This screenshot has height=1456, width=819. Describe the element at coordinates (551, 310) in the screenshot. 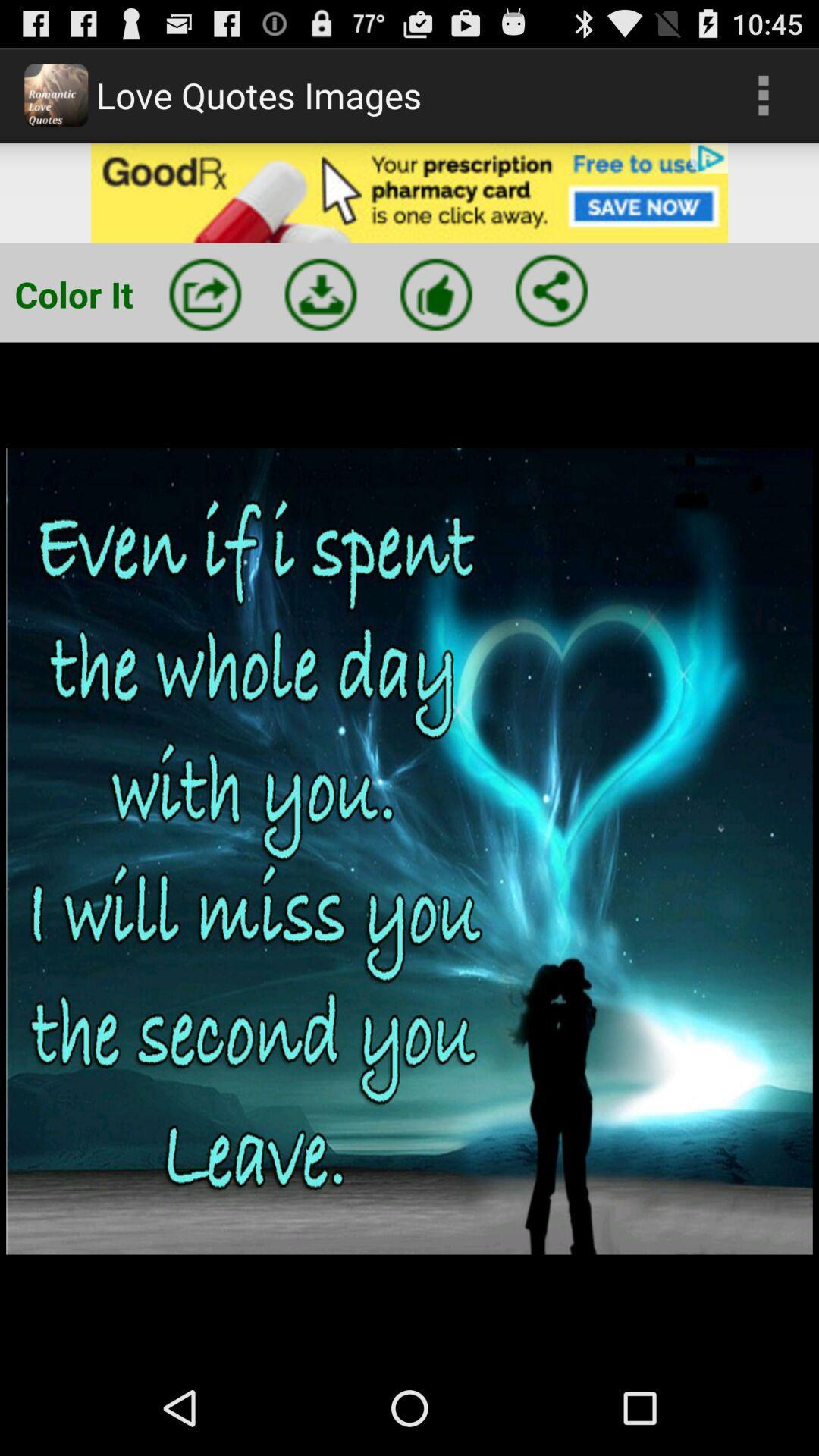

I see `the share icon` at that location.